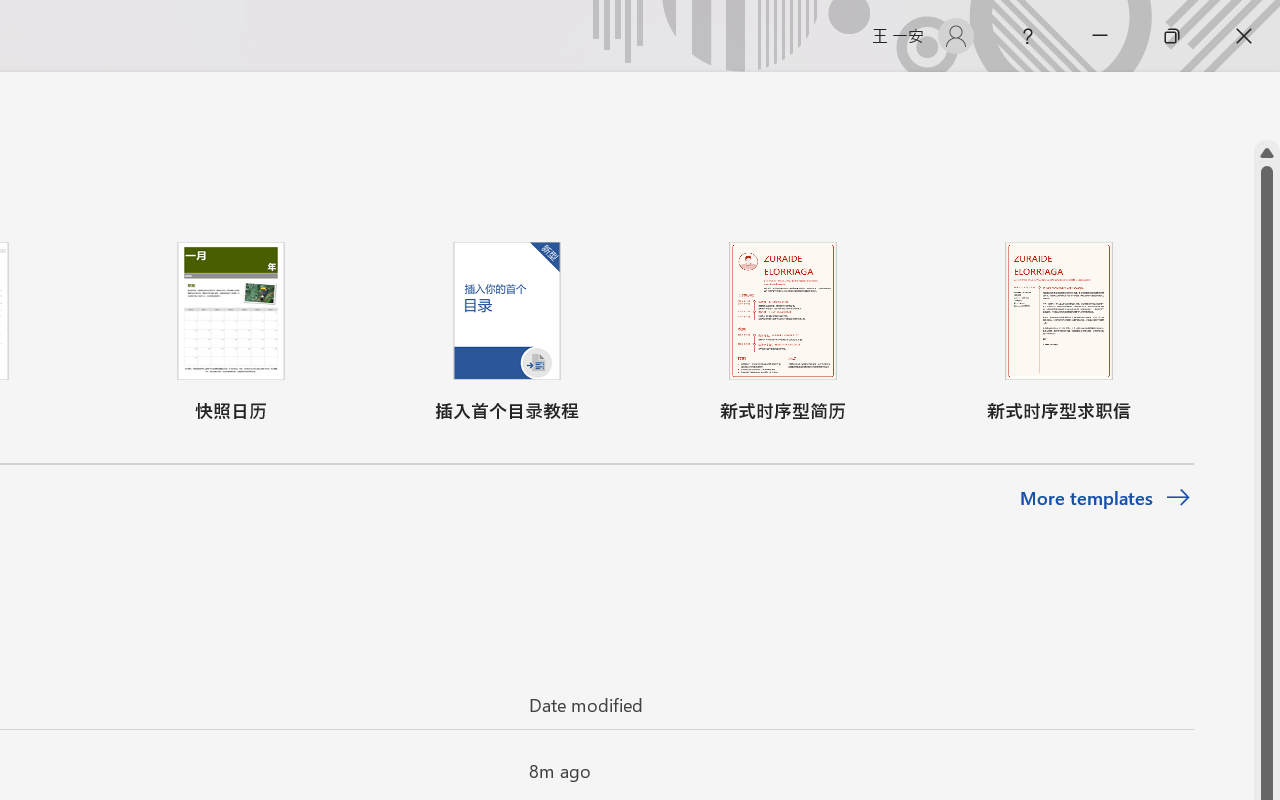 Image resolution: width=1280 pixels, height=800 pixels. I want to click on 'Minimize', so click(1099, 35).